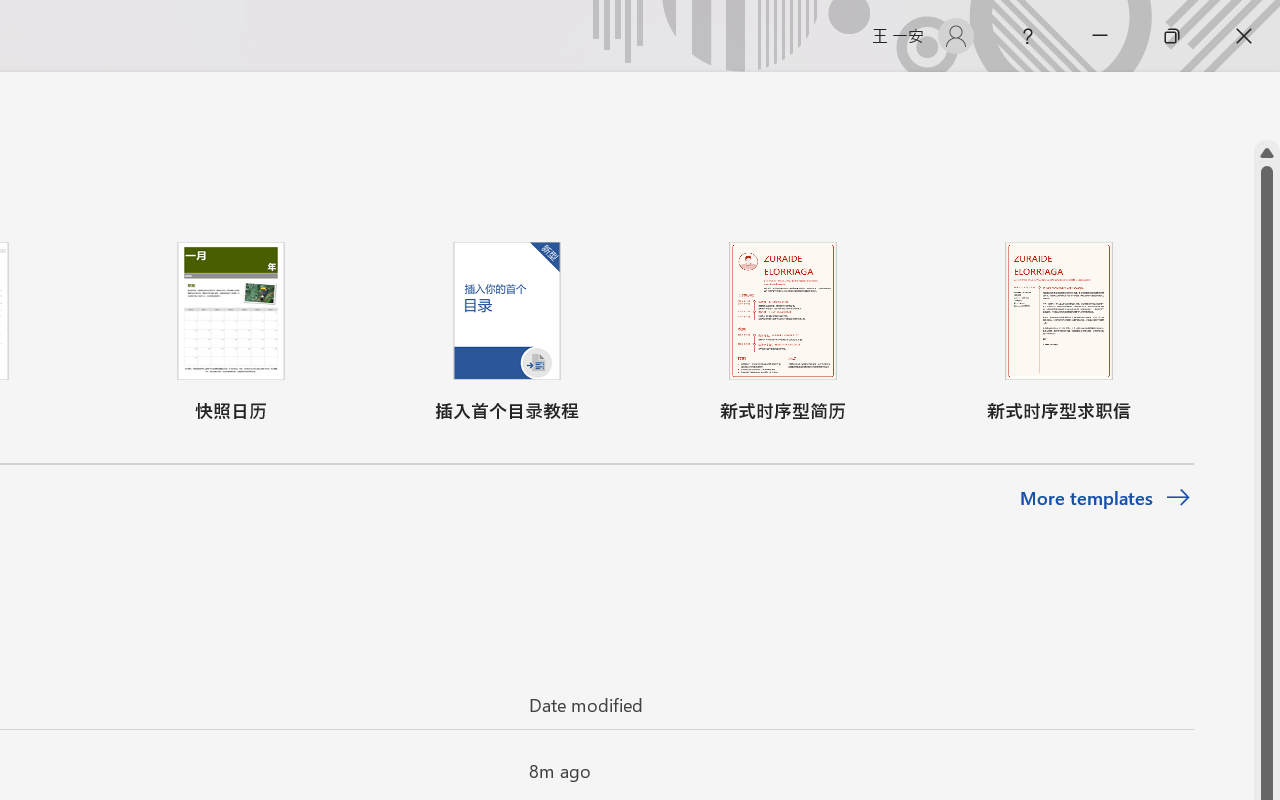 Image resolution: width=1280 pixels, height=800 pixels. I want to click on 'Minimize', so click(1099, 35).